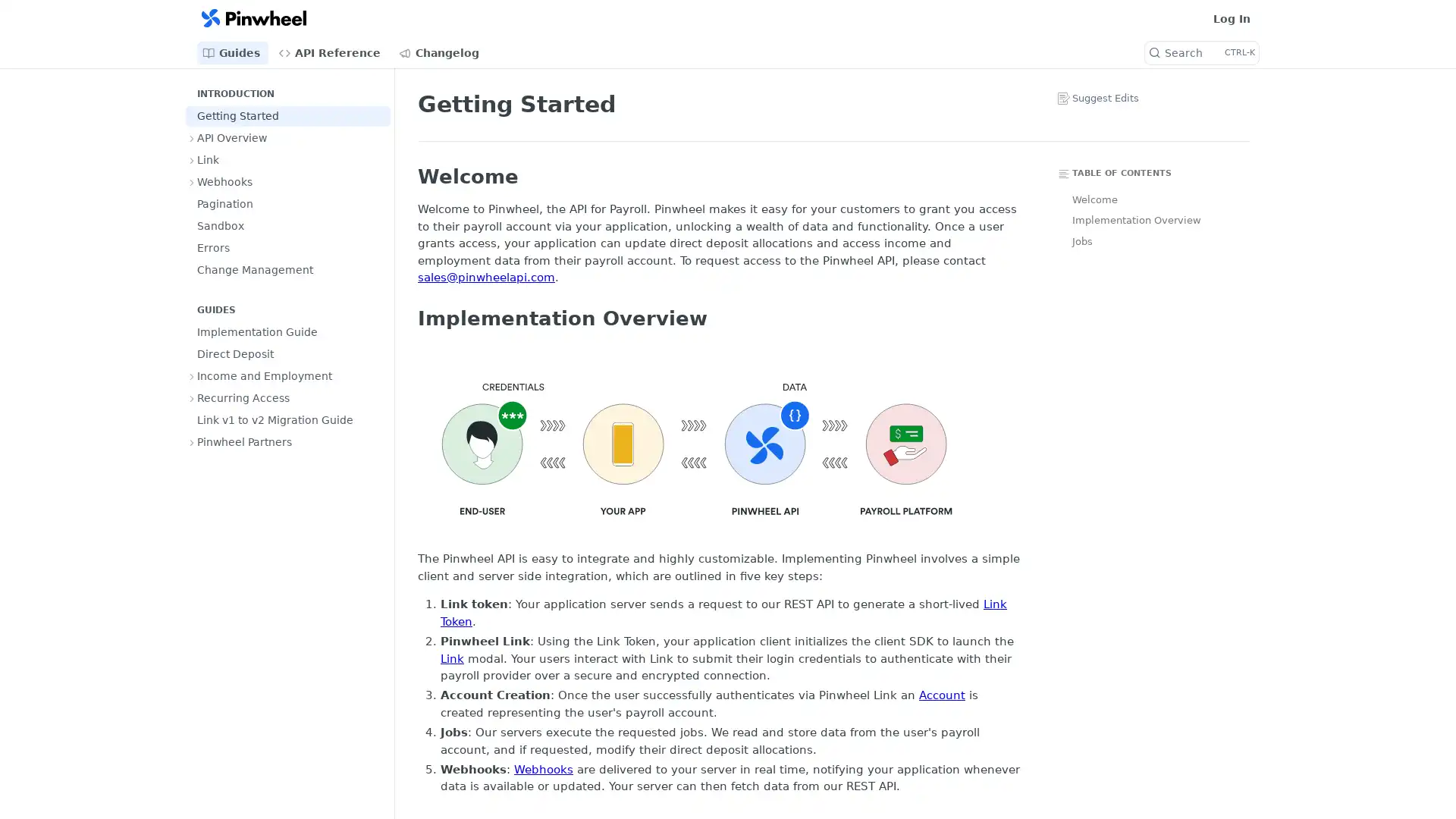 Image resolution: width=1456 pixels, height=819 pixels. I want to click on Platform Overview, so click(696, 447).